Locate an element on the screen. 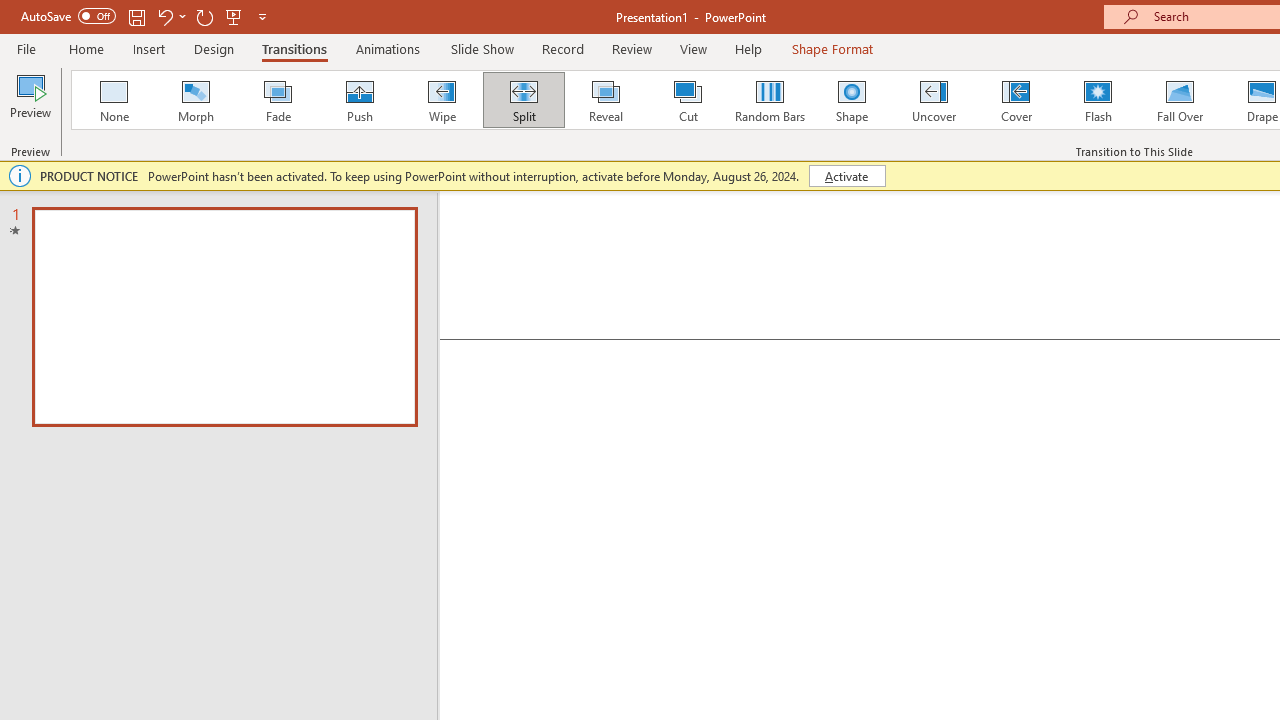 Image resolution: width=1280 pixels, height=720 pixels. 'Reveal' is located at coordinates (604, 100).